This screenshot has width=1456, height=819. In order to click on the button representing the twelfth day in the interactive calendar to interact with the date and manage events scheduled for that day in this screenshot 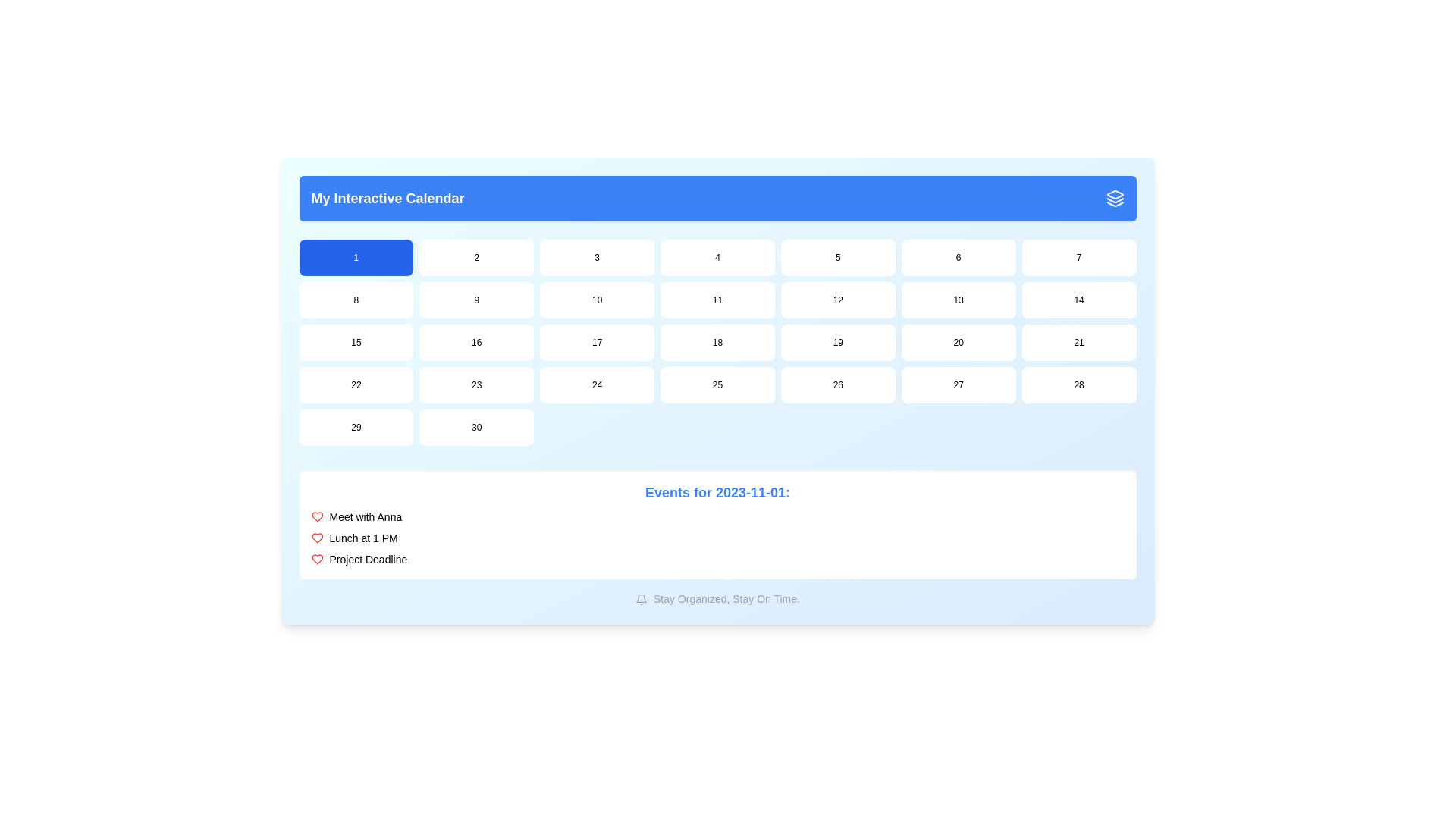, I will do `click(837, 300)`.